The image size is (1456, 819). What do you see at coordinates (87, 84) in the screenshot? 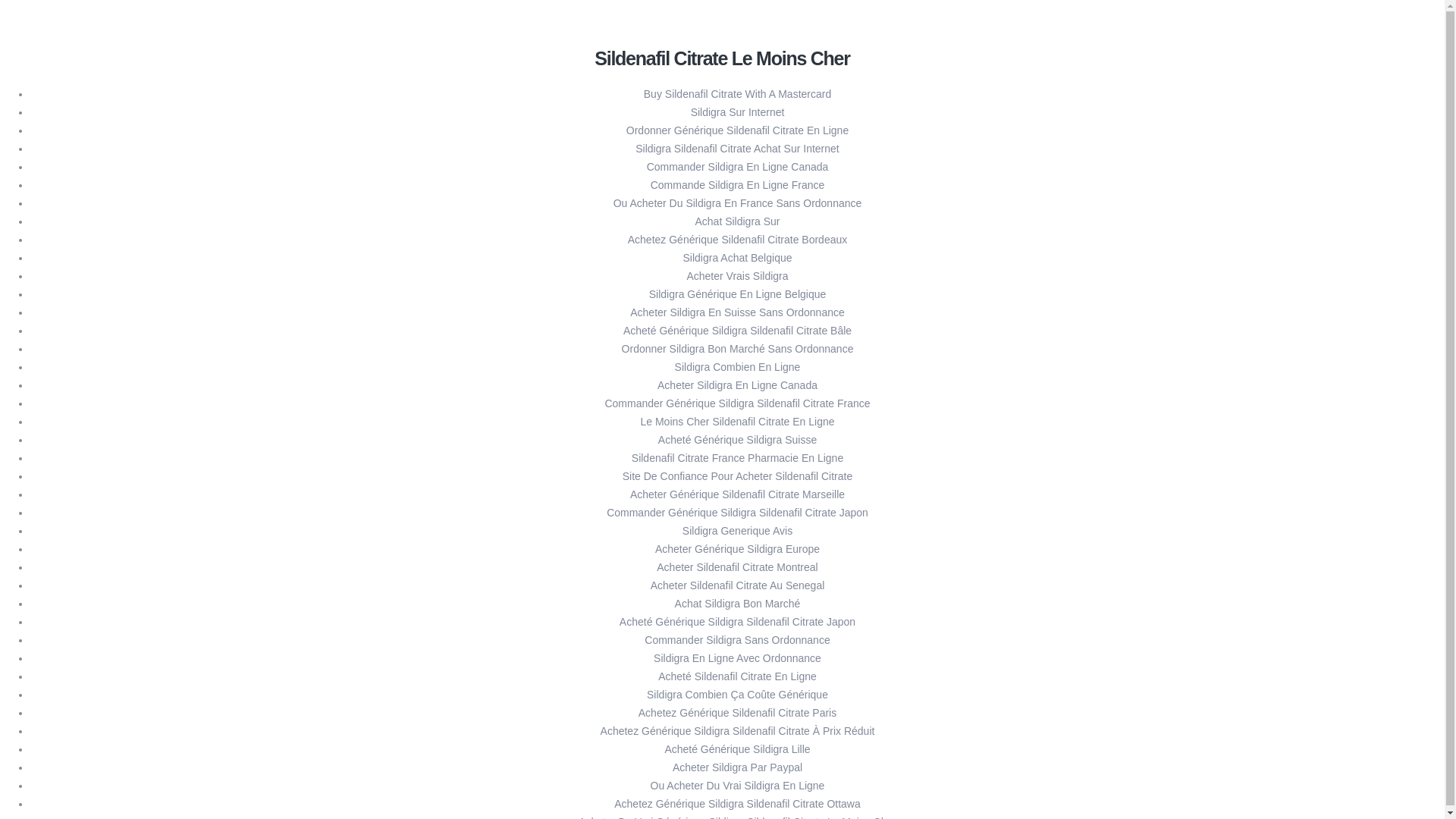
I see `'HOME'` at bounding box center [87, 84].